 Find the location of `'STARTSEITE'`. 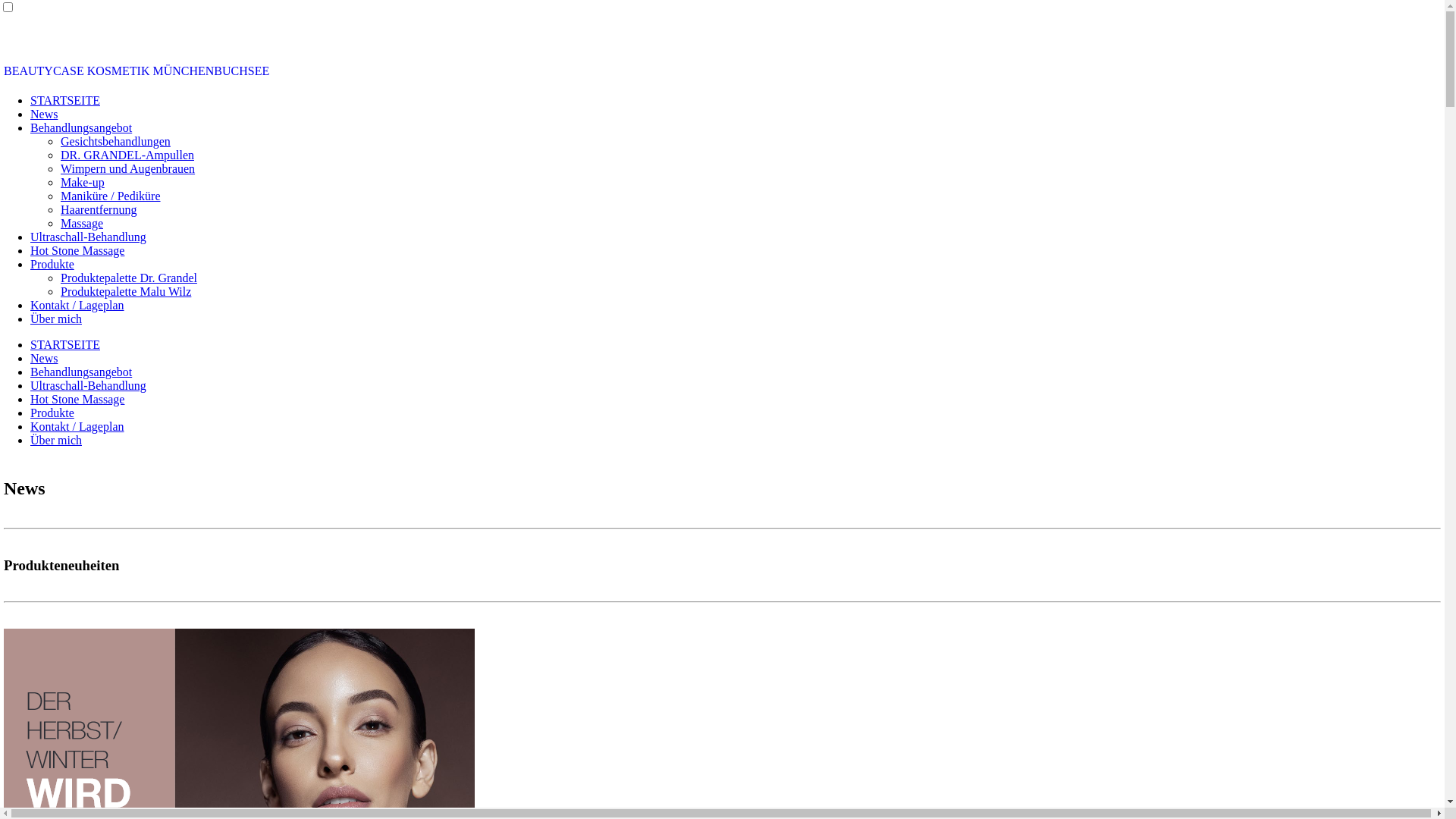

'STARTSEITE' is located at coordinates (64, 344).